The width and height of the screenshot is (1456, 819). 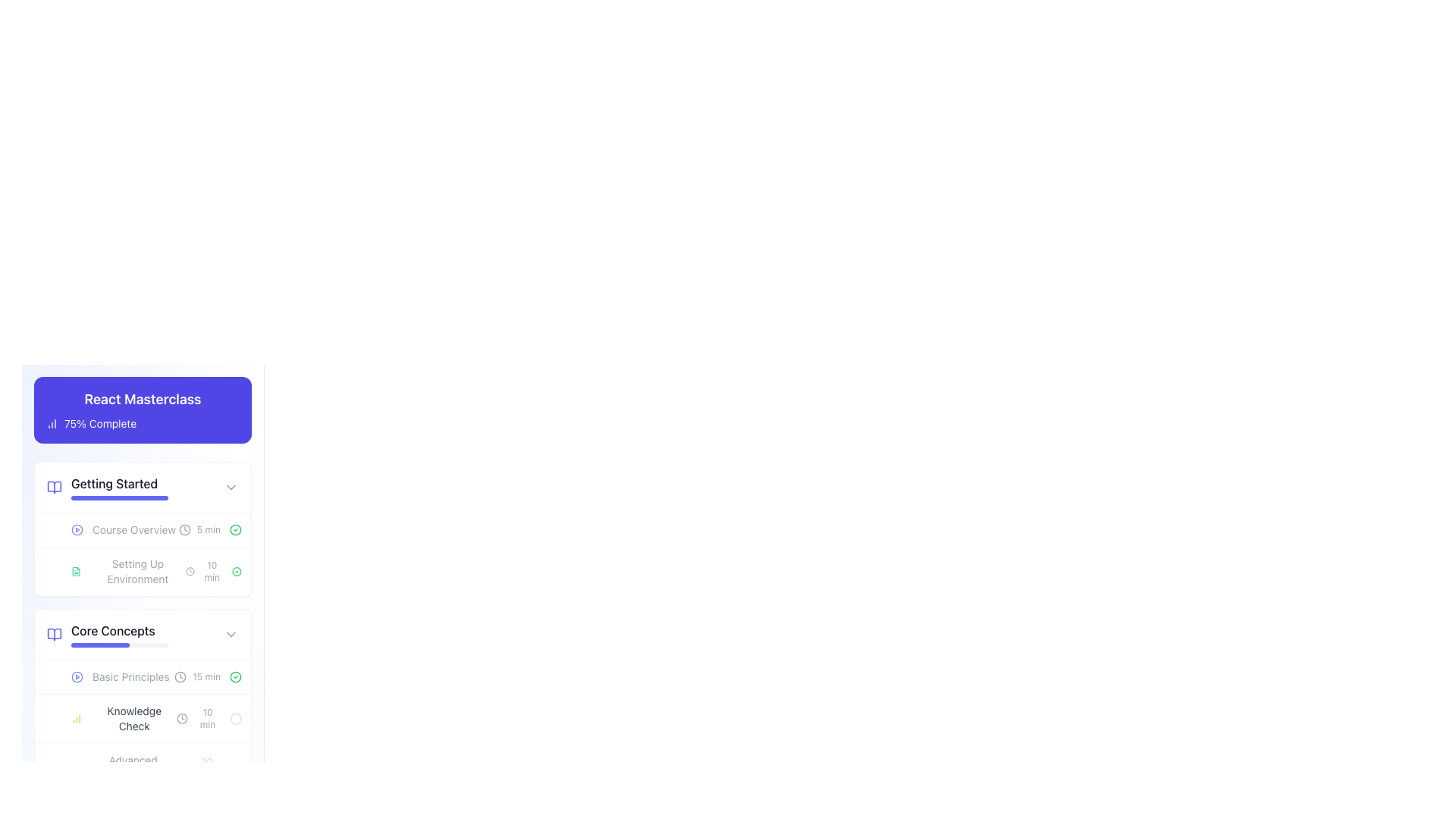 What do you see at coordinates (198, 718) in the screenshot?
I see `the label element that displays an estimated time duration for a task, located in the 'Knowledge Check' section under 'Core Concepts'` at bounding box center [198, 718].